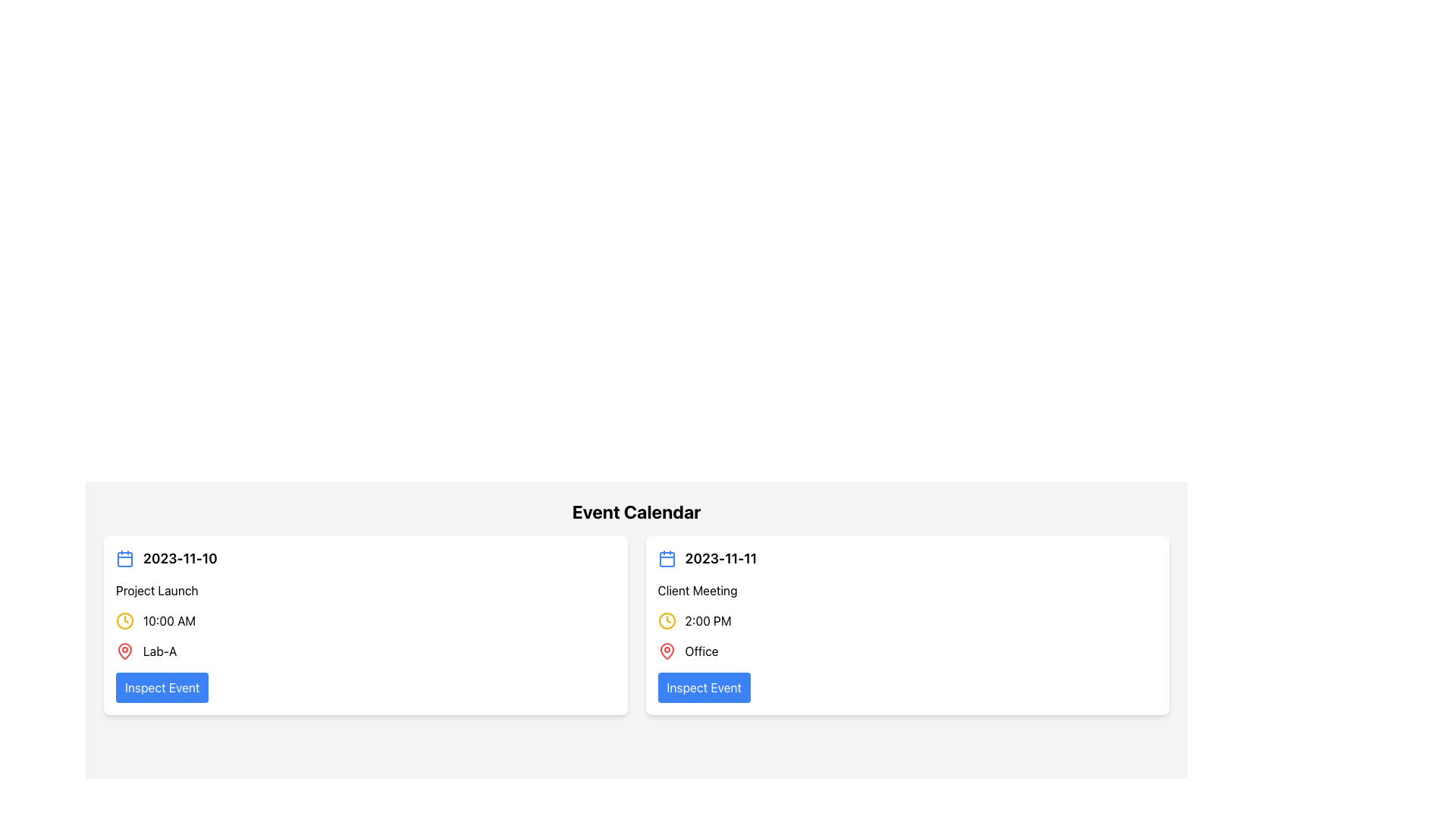 The height and width of the screenshot is (819, 1456). Describe the element at coordinates (157, 590) in the screenshot. I see `the text label that serves as the title of the event, located below the date '2023-11-10' and above the time '10:00 AM'` at that location.